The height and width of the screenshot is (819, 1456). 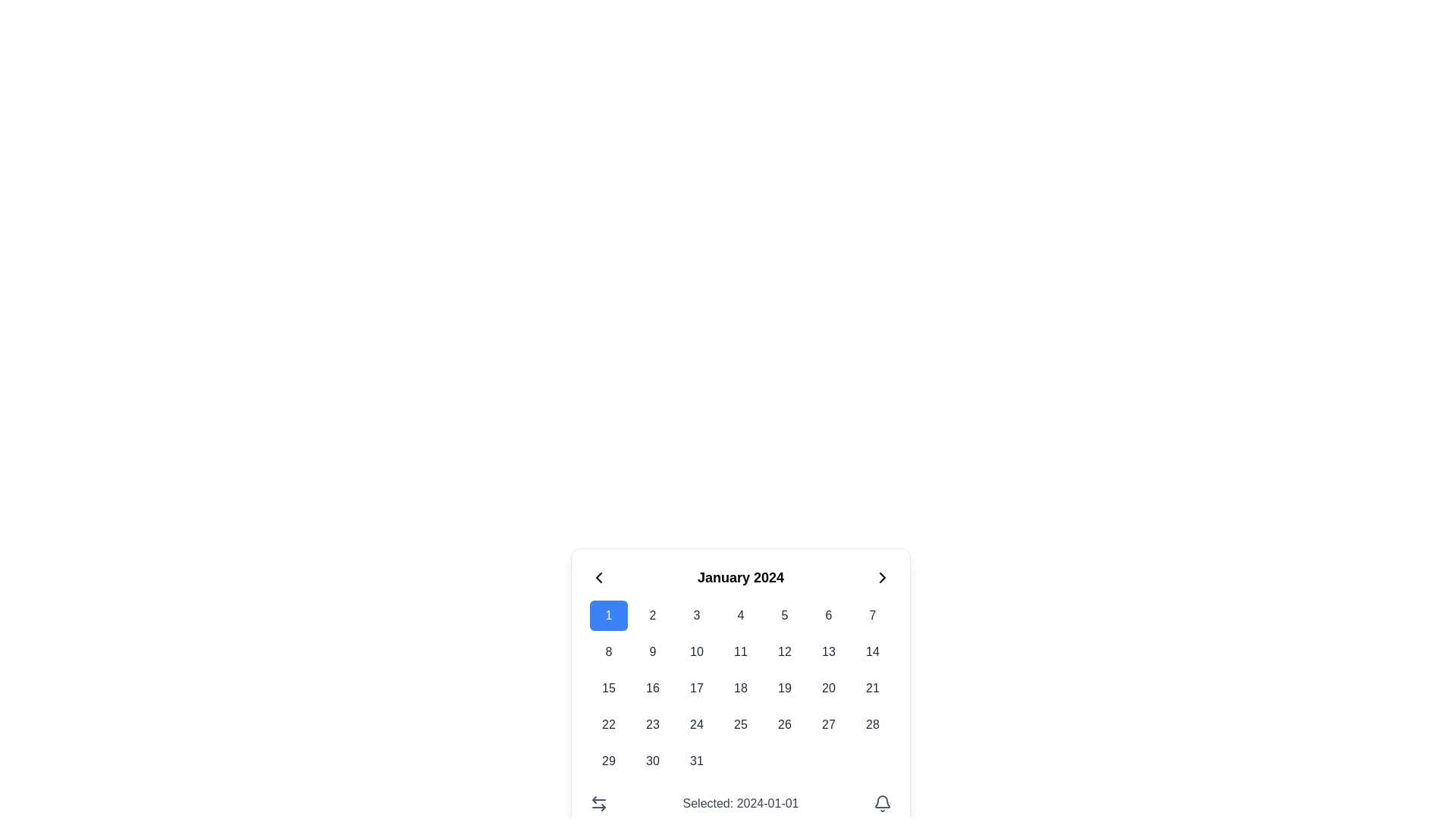 What do you see at coordinates (652, 761) in the screenshot?
I see `the button representing the 30th day in the calendar view` at bounding box center [652, 761].